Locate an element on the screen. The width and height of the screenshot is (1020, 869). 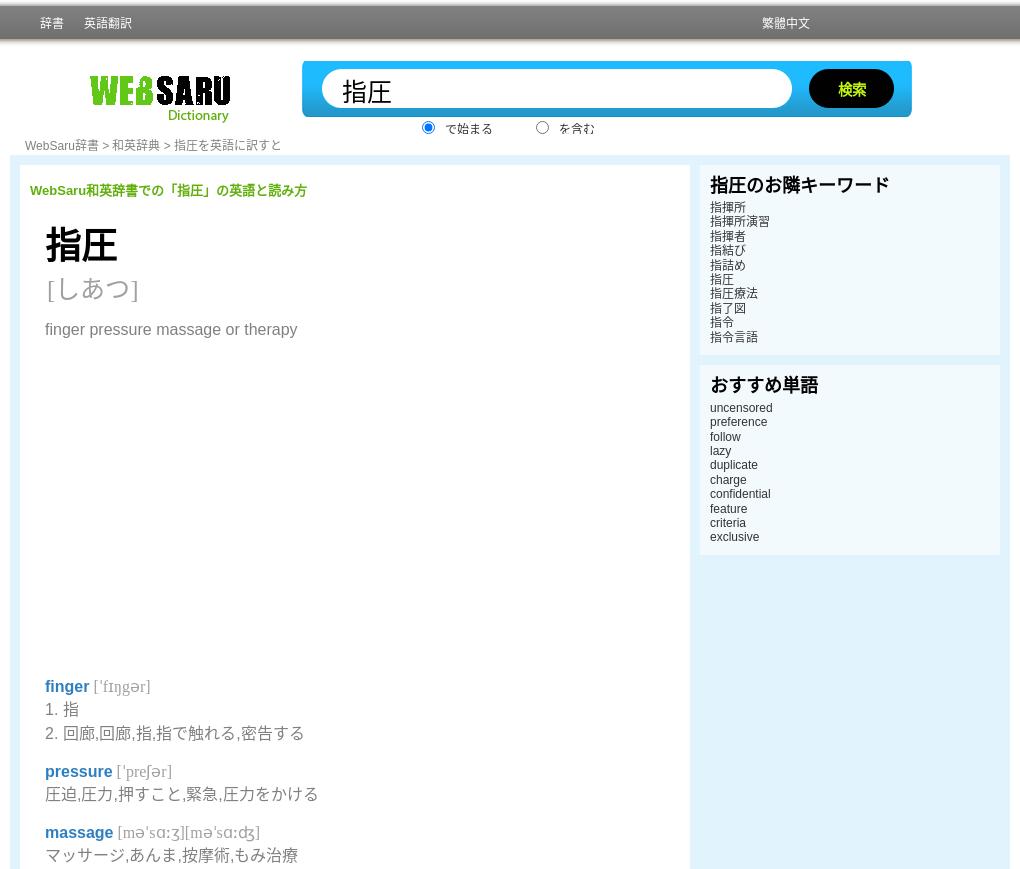
'[ˈpreʃər]' is located at coordinates (141, 771).